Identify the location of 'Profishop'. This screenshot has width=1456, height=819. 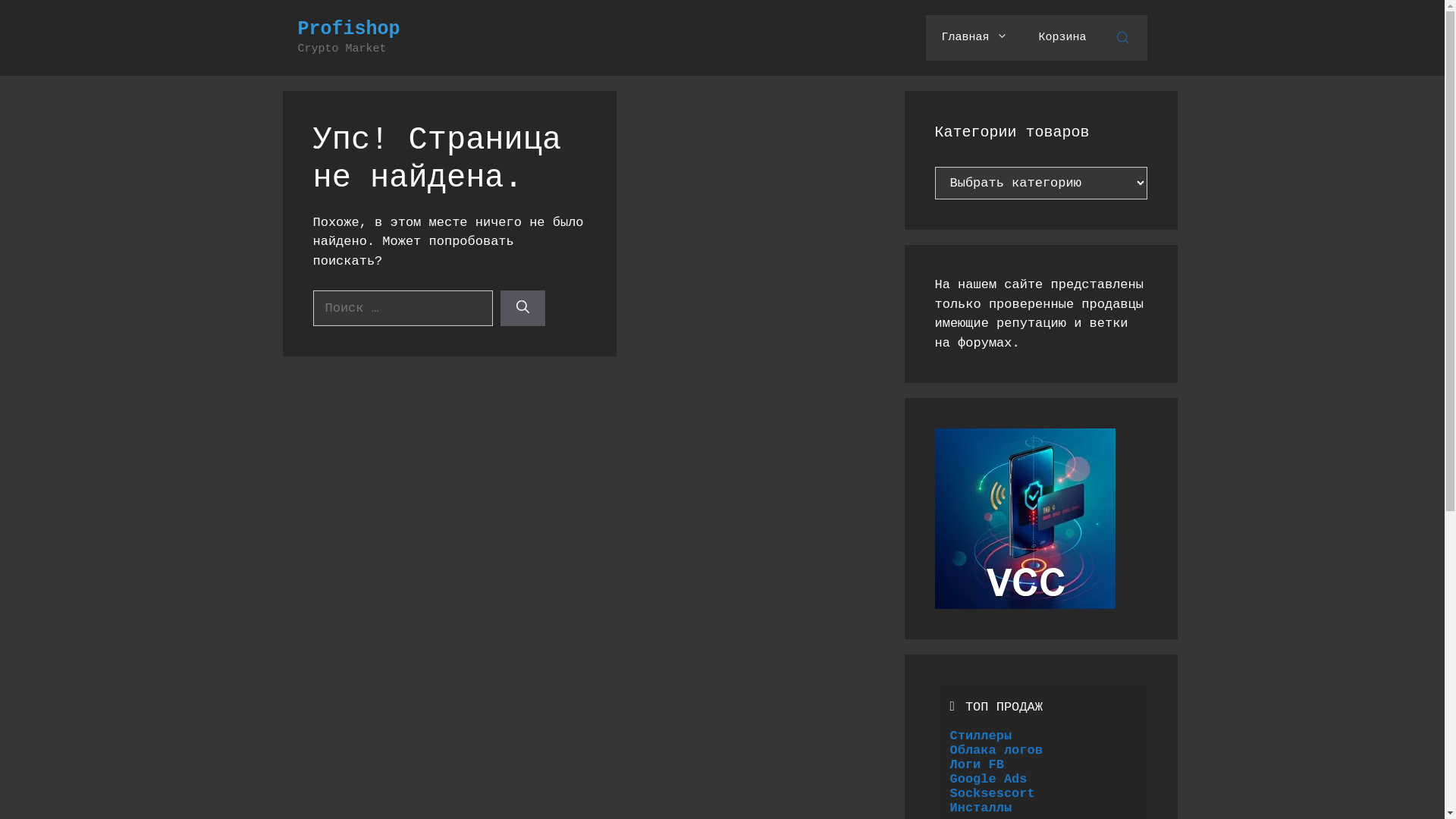
(347, 29).